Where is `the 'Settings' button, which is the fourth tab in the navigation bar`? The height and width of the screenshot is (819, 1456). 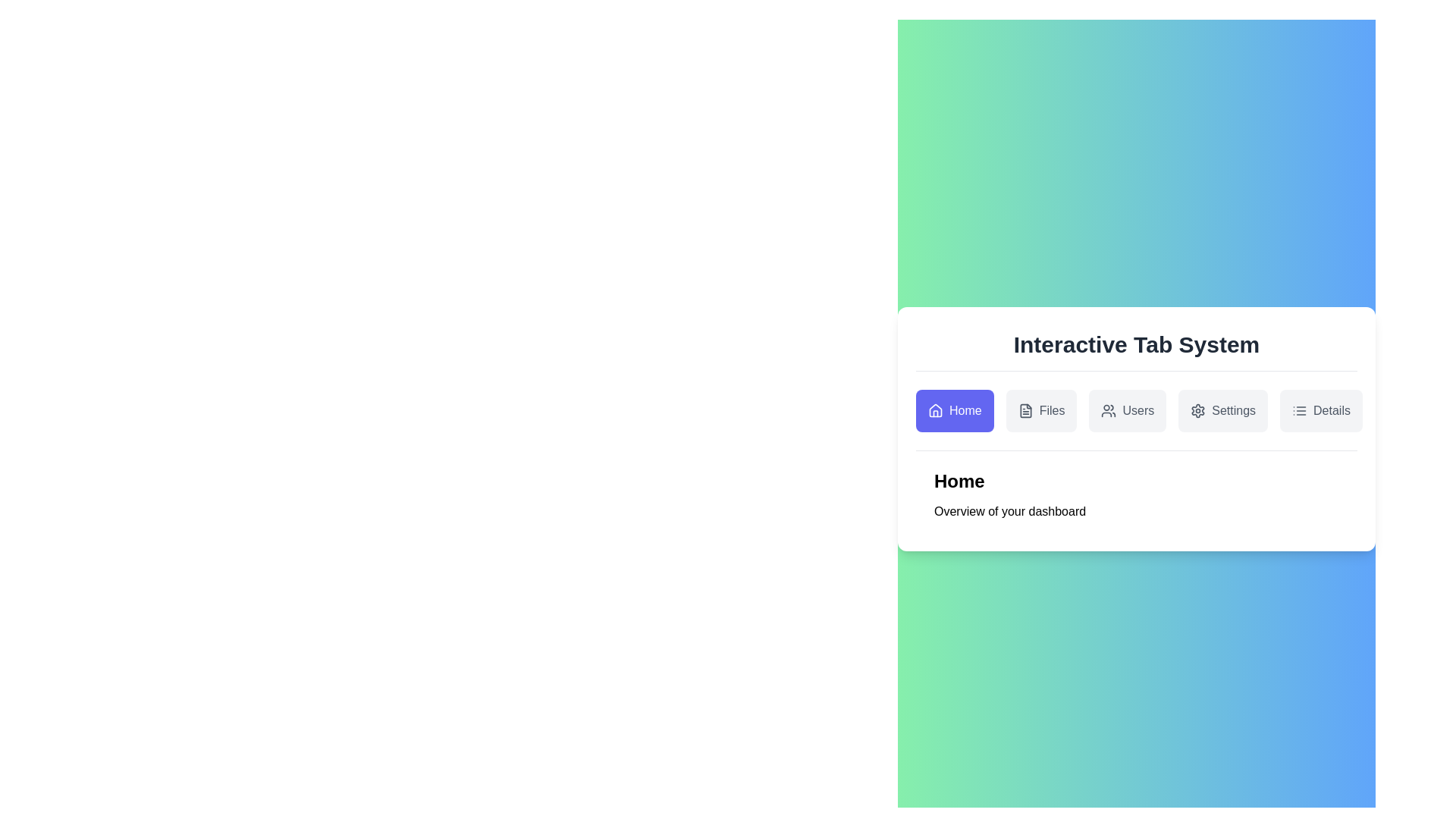
the 'Settings' button, which is the fourth tab in the navigation bar is located at coordinates (1223, 411).